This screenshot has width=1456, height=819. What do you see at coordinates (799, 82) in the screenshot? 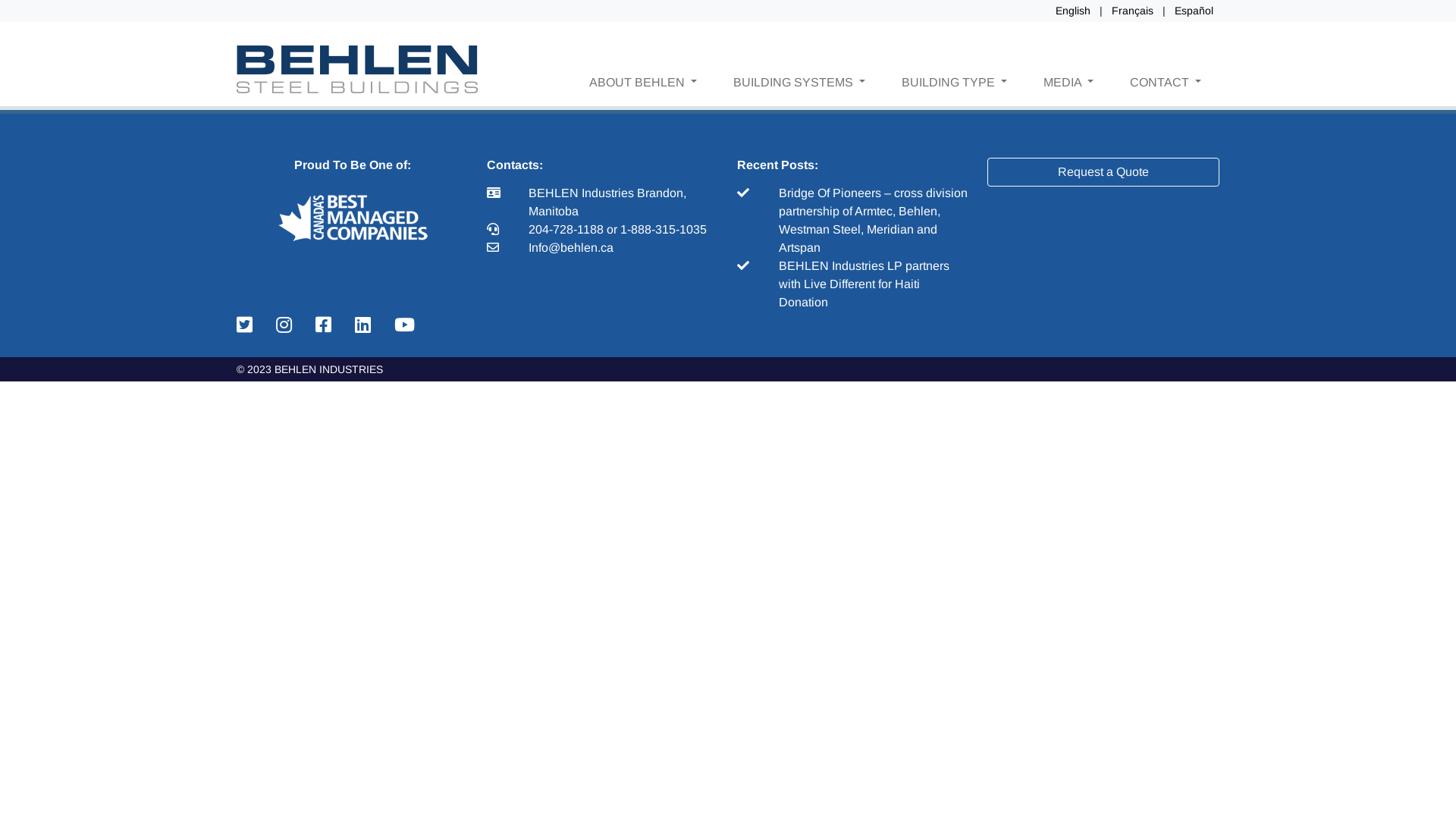
I see `'BUILDING SYSTEMS'` at bounding box center [799, 82].